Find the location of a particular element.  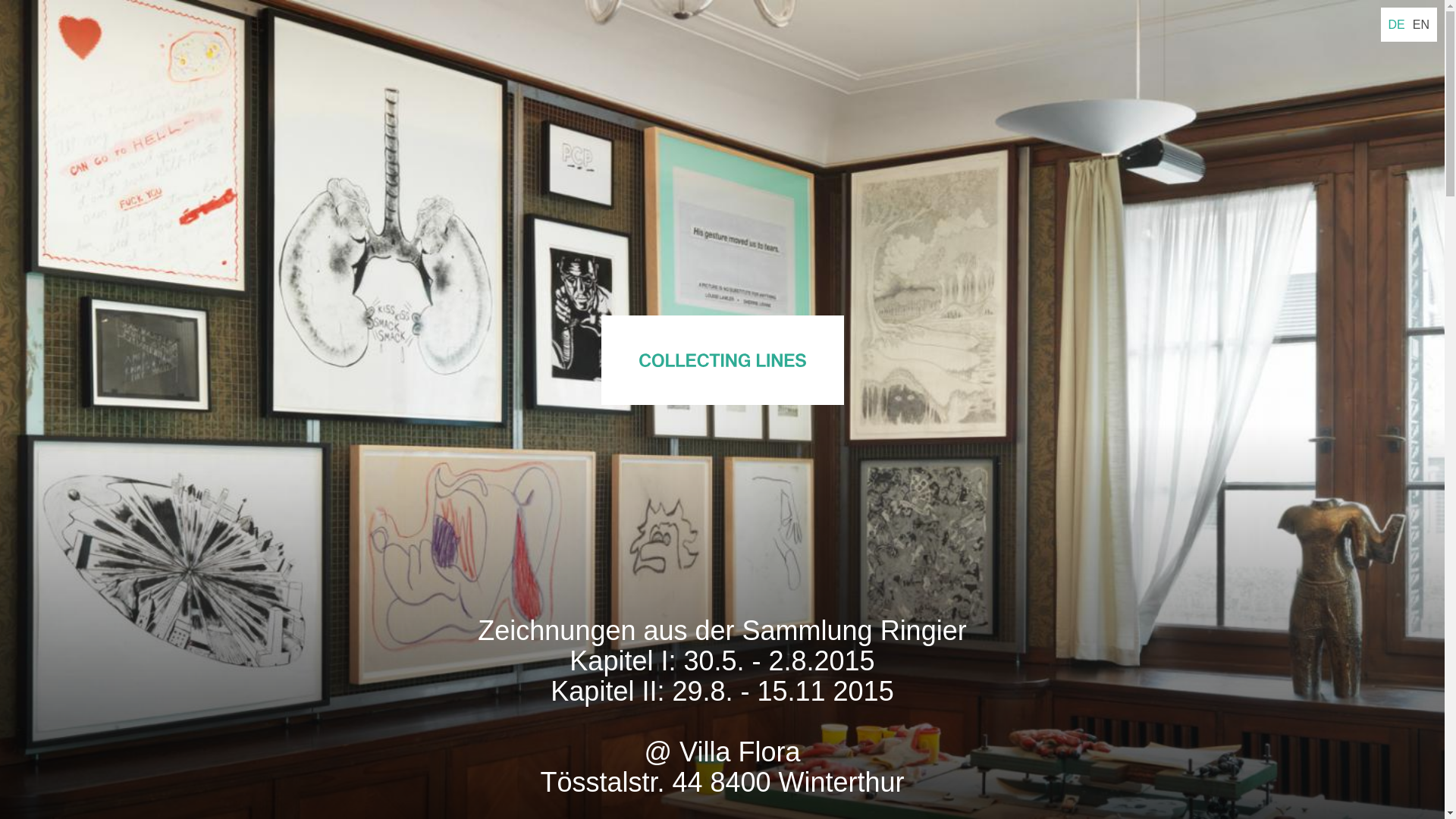

'DE' is located at coordinates (1396, 24).